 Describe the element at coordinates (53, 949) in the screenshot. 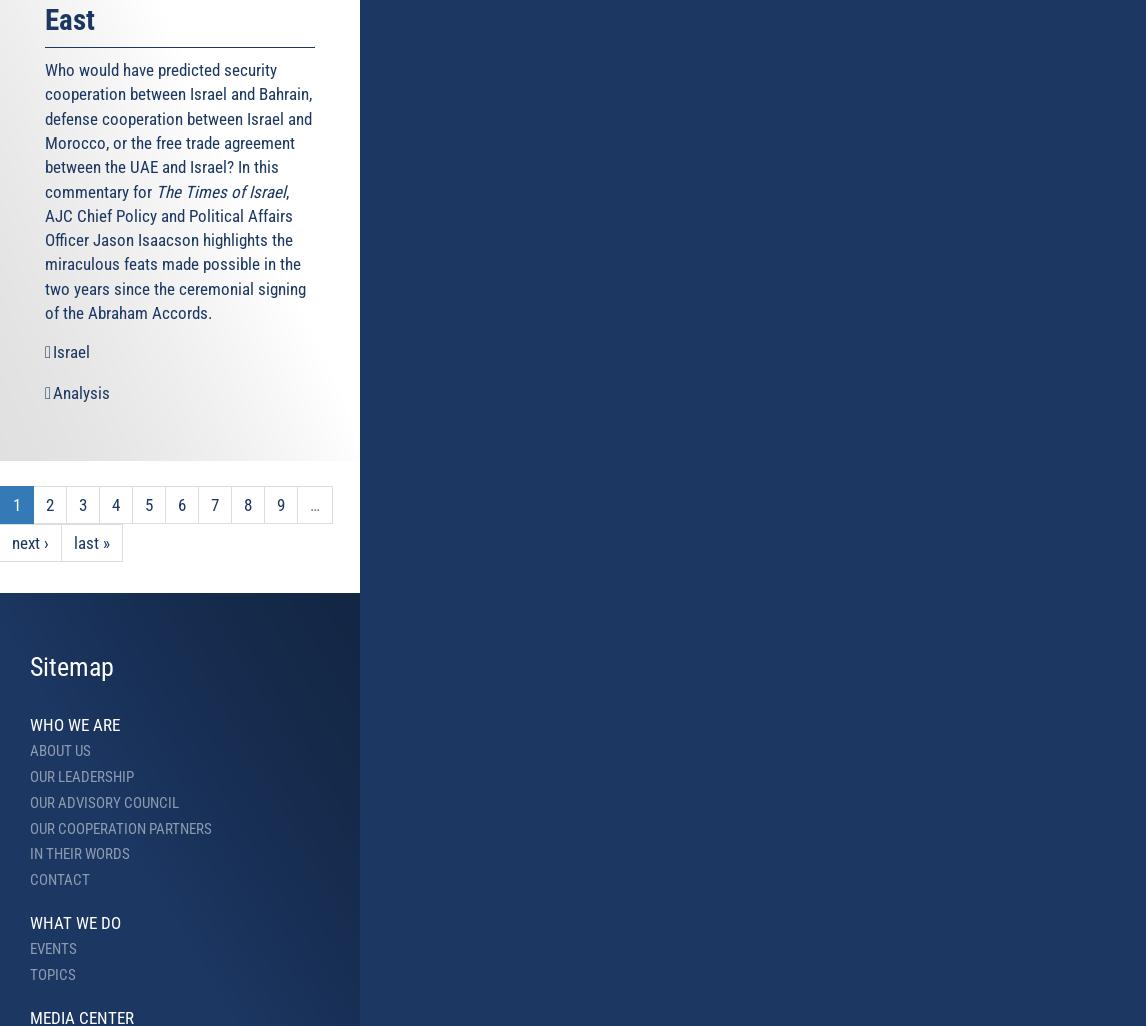

I see `'Events'` at that location.